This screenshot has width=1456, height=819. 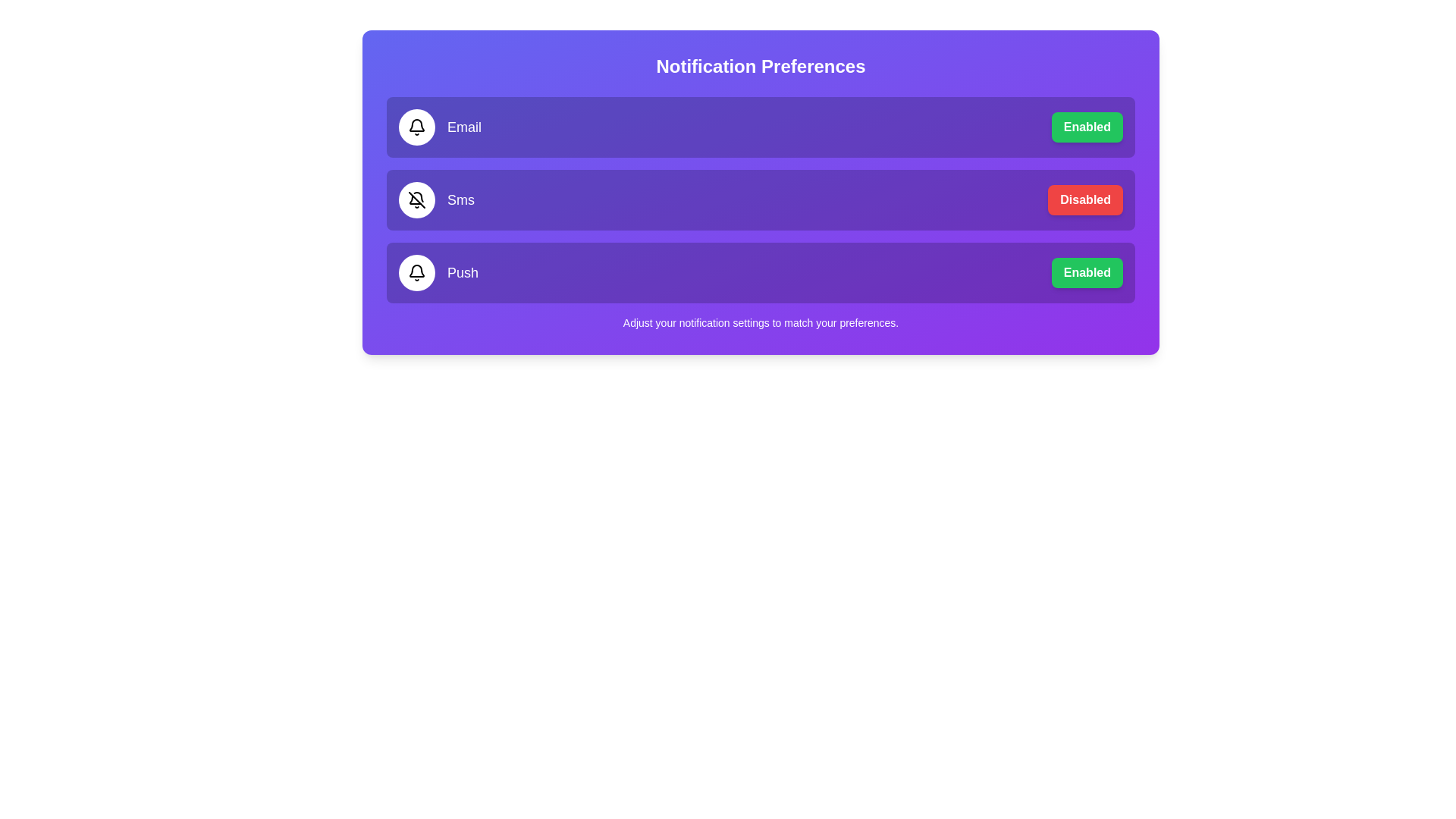 I want to click on the informational text at the bottom of the NotificationCenter component, so click(x=761, y=322).